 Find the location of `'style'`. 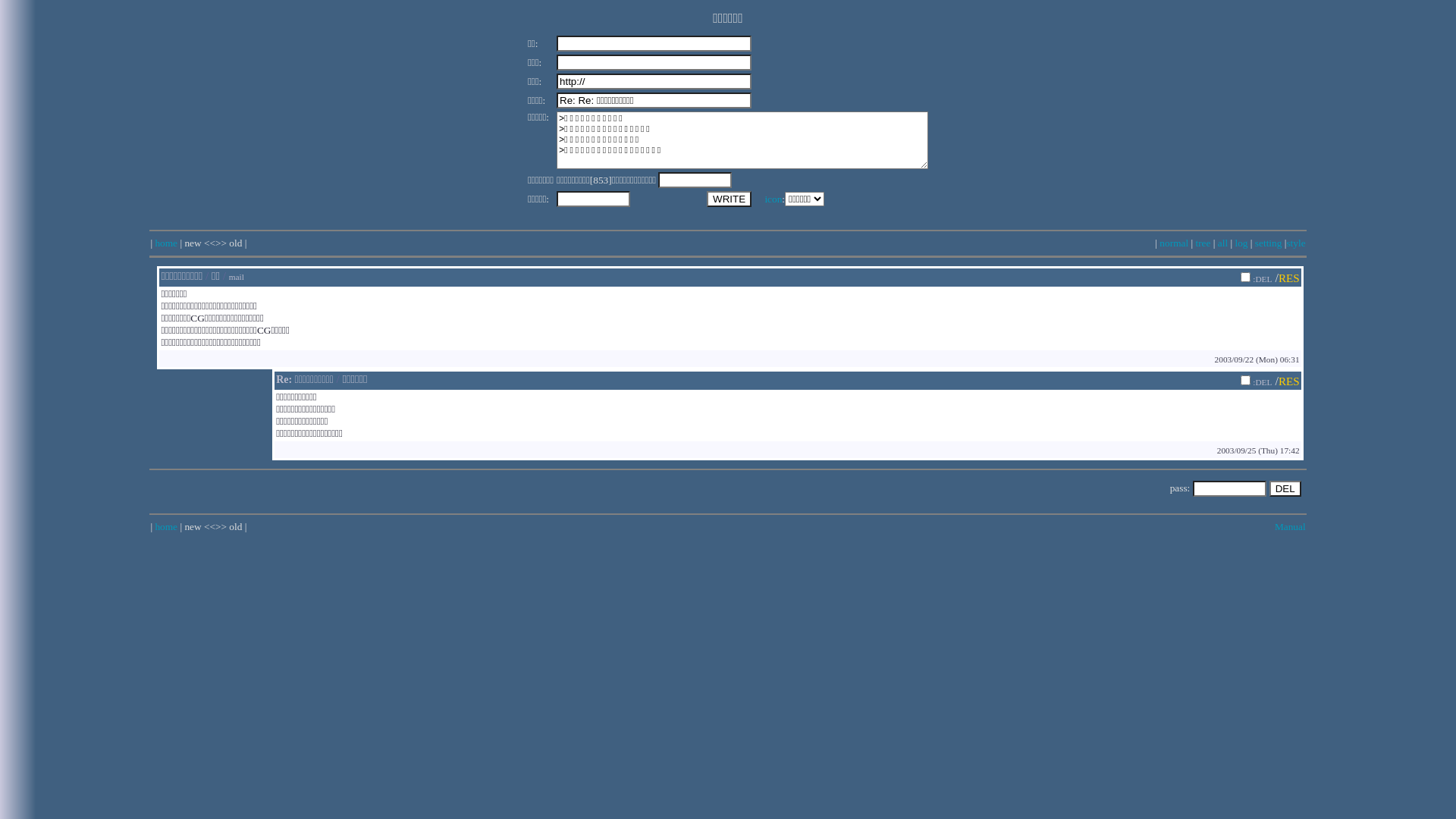

'style' is located at coordinates (1294, 242).